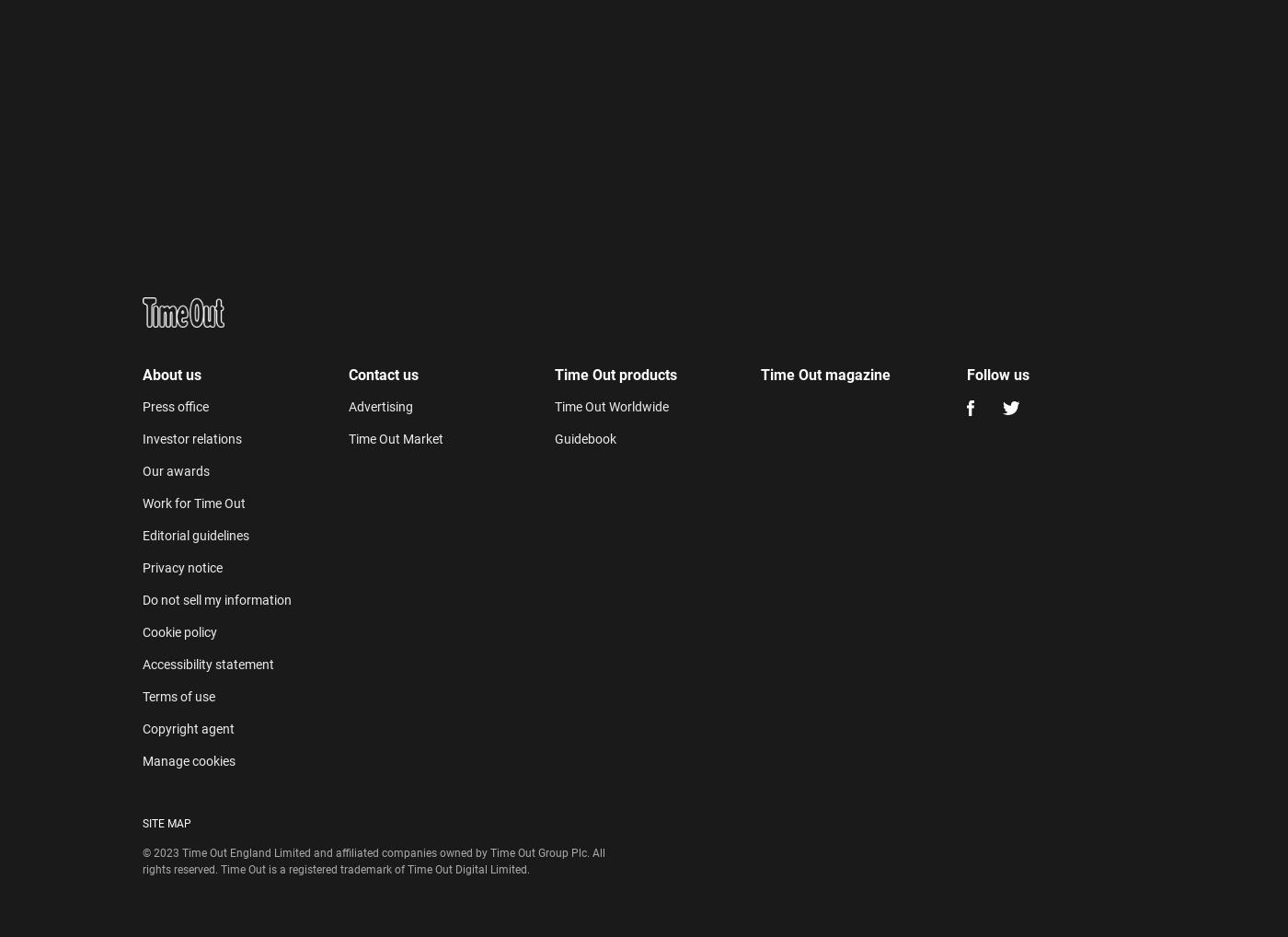 The width and height of the screenshot is (1288, 937). I want to click on 'Press office', so click(142, 406).